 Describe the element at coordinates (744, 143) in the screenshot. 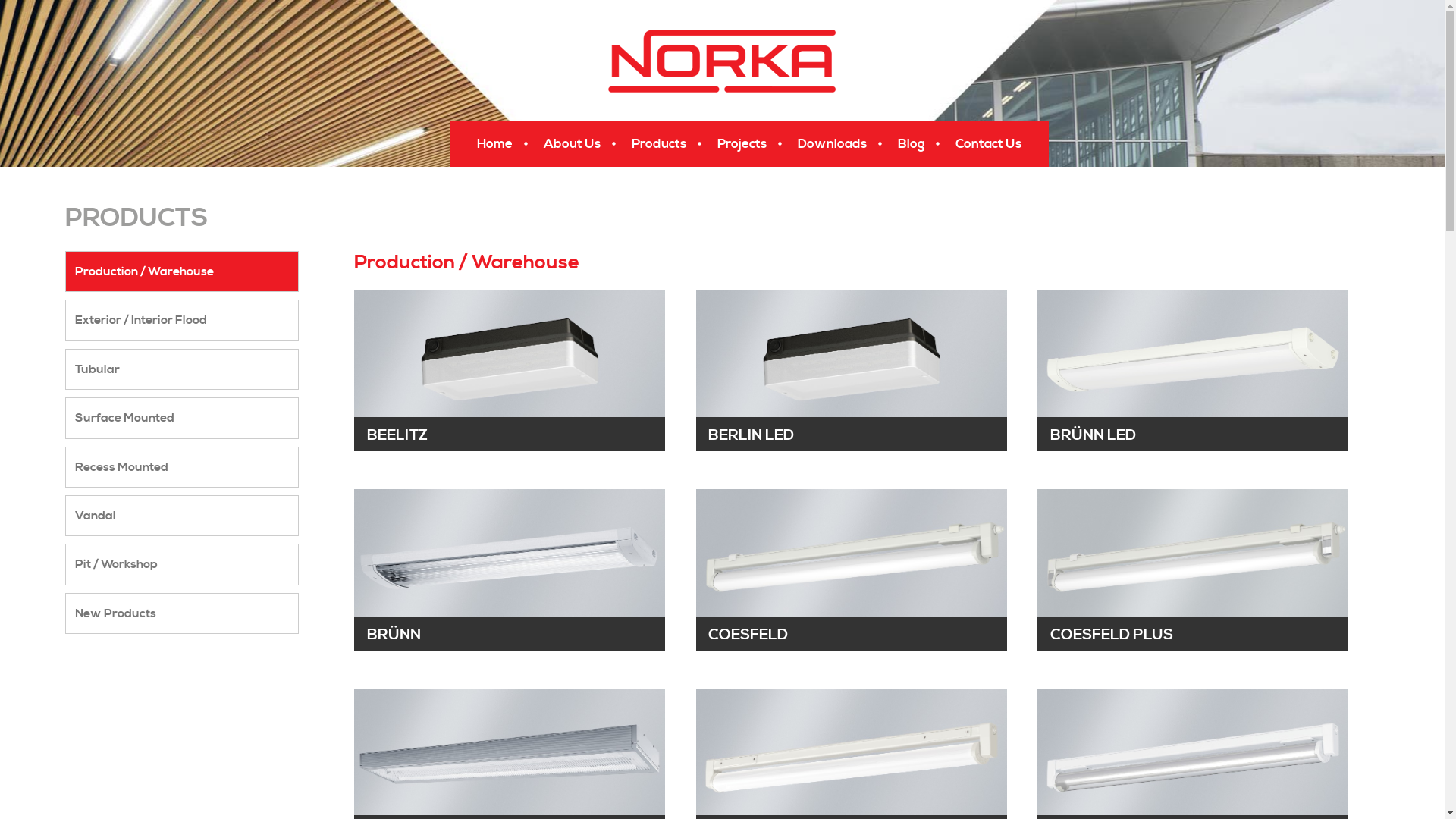

I see `'Projects'` at that location.